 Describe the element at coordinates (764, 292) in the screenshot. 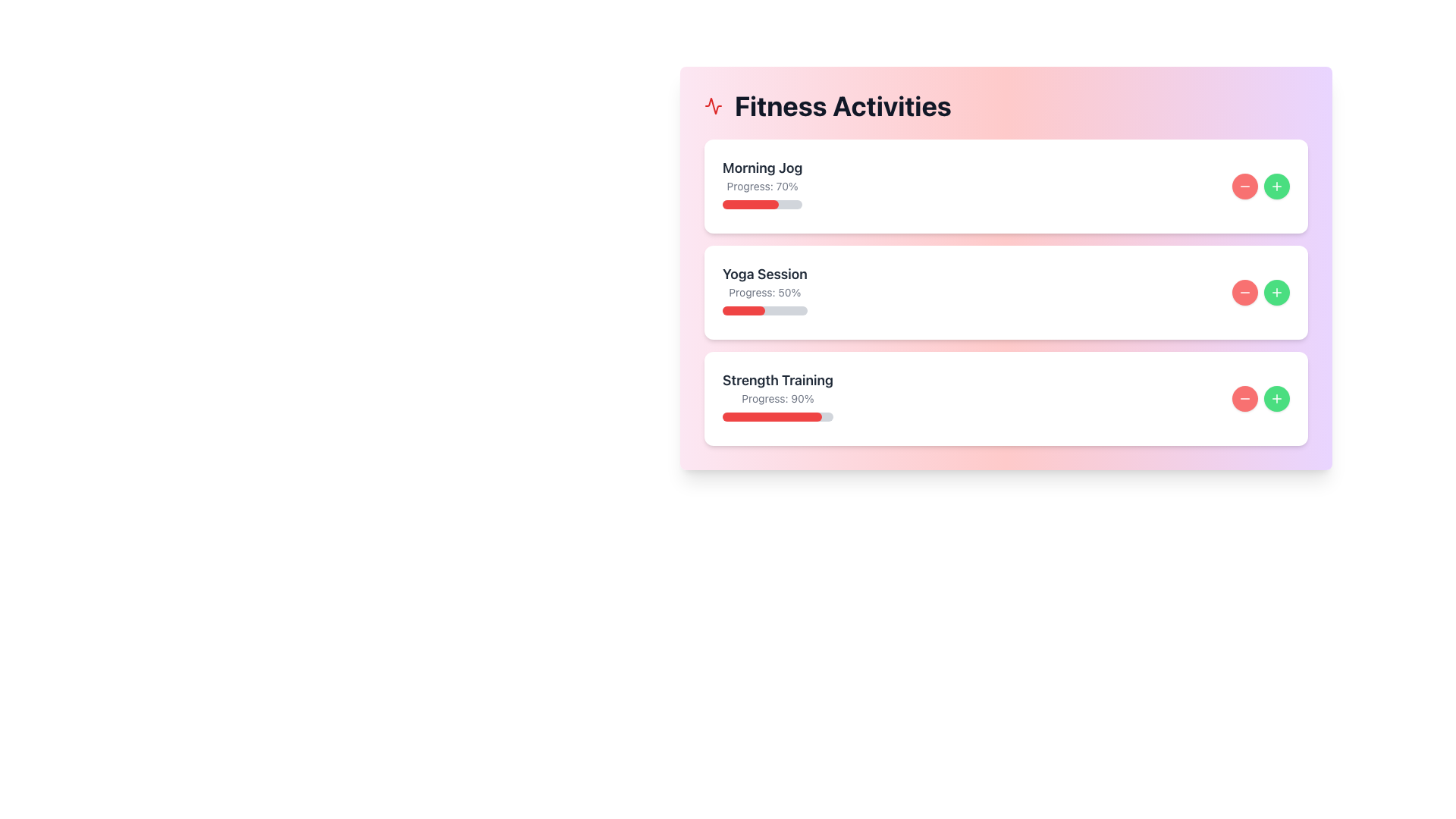

I see `the second item in the vertically stacked list titled 'Fitness Activities,' which is the Informational Element displaying the 'Yoga Session' progress at 50%` at that location.